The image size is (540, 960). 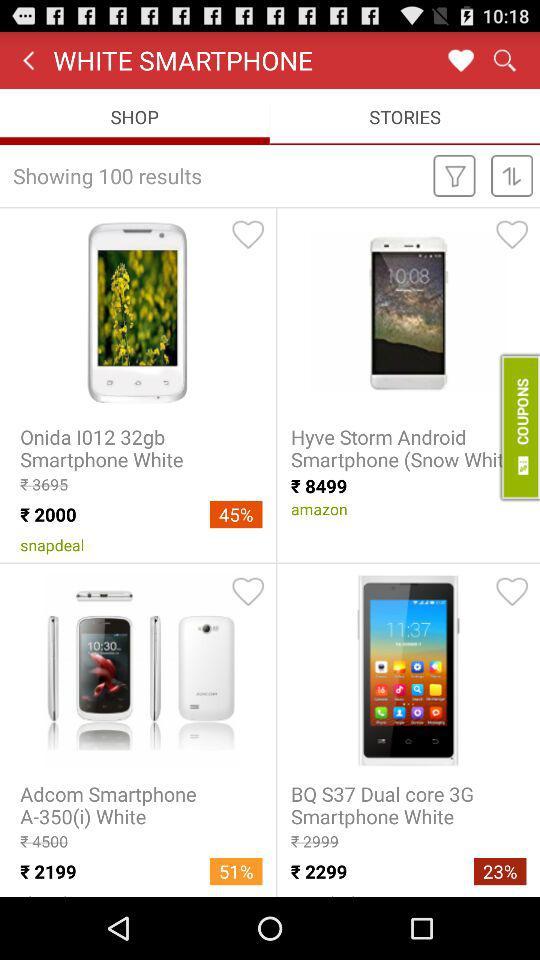 What do you see at coordinates (460, 64) in the screenshot?
I see `the favorite icon` at bounding box center [460, 64].